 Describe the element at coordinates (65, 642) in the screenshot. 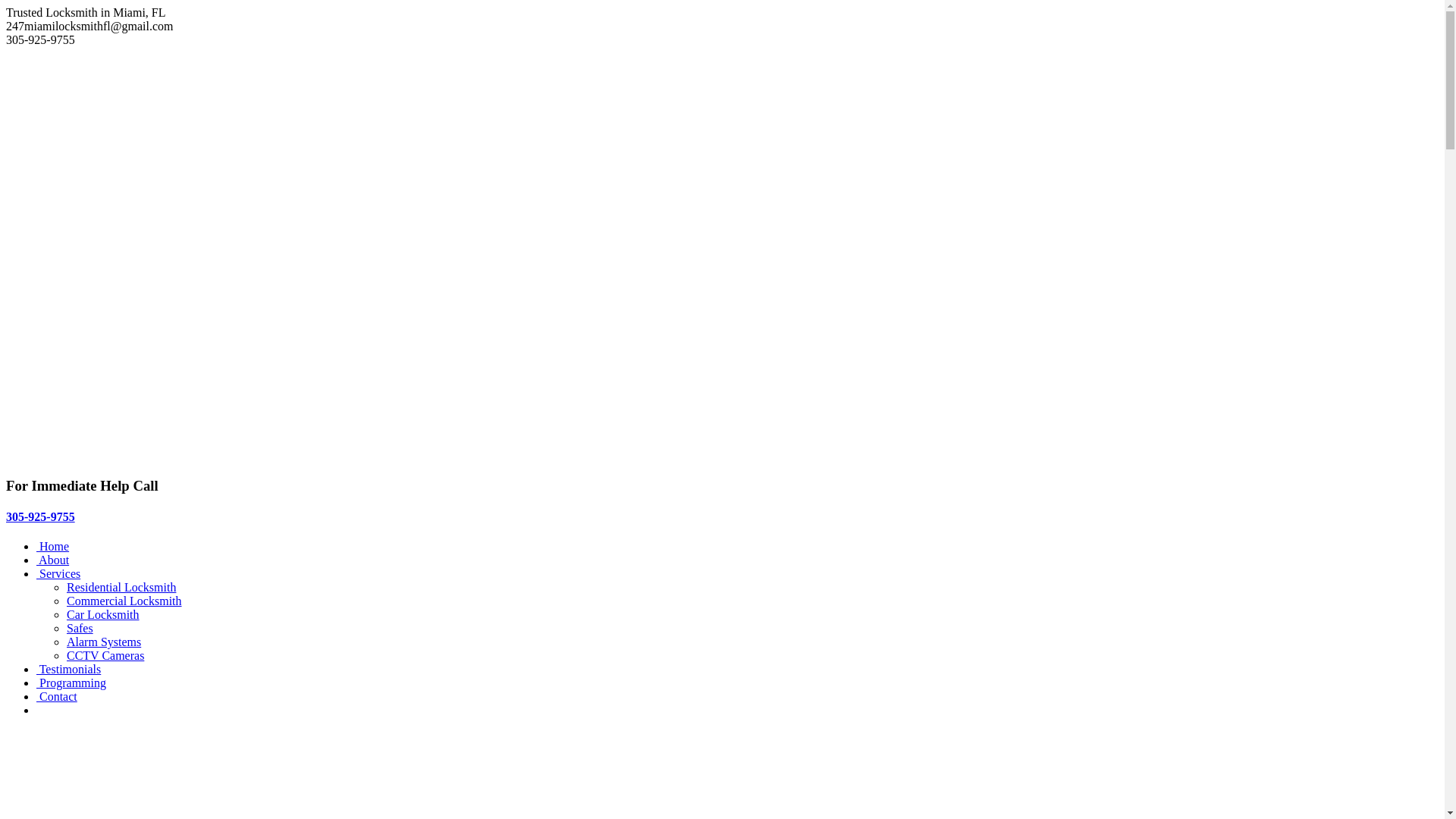

I see `'Alarm Systems'` at that location.